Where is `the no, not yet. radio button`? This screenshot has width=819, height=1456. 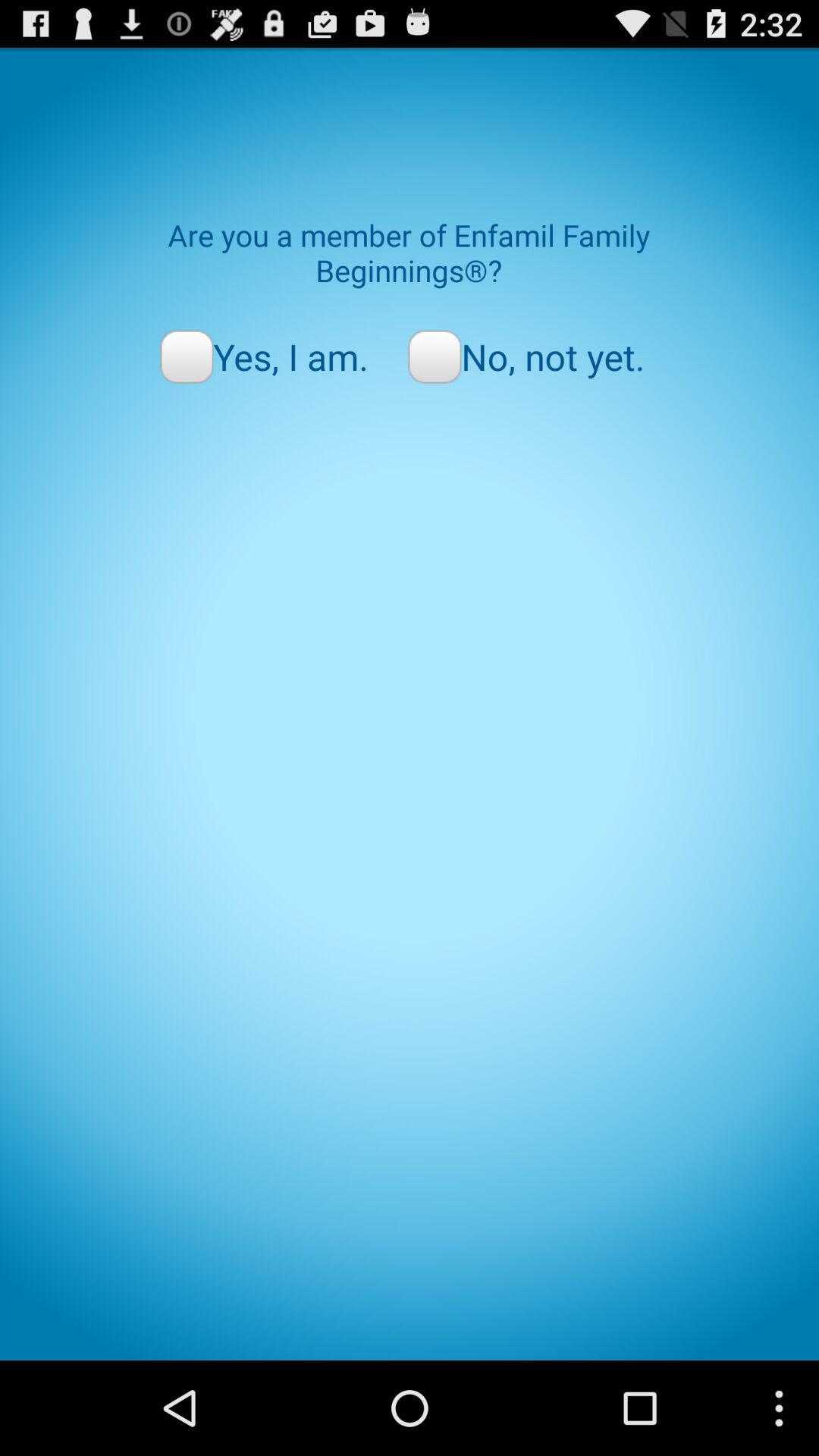
the no, not yet. radio button is located at coordinates (526, 356).